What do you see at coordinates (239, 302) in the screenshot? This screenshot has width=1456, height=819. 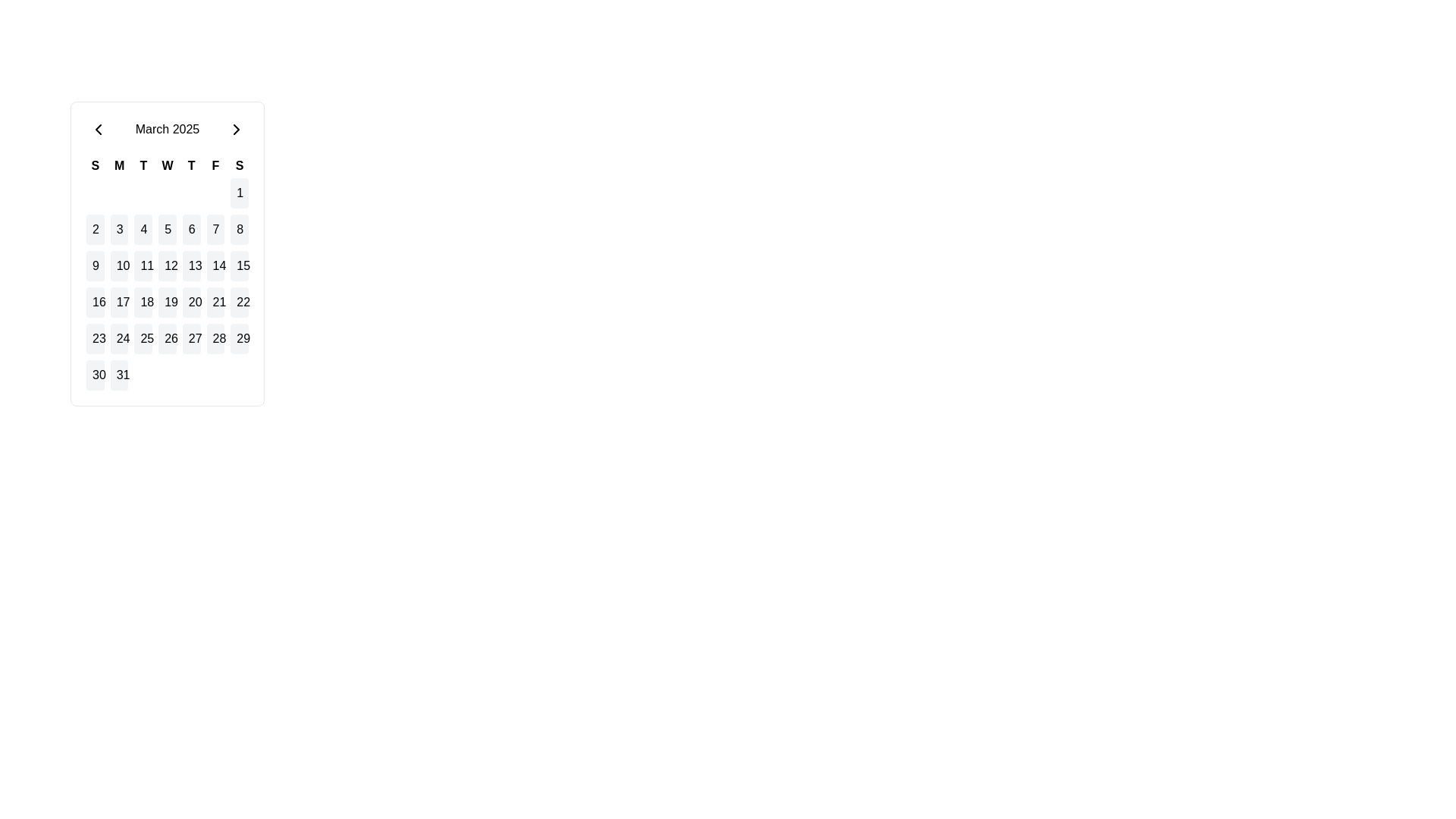 I see `the square button with rounded edges displaying the number '22'` at bounding box center [239, 302].